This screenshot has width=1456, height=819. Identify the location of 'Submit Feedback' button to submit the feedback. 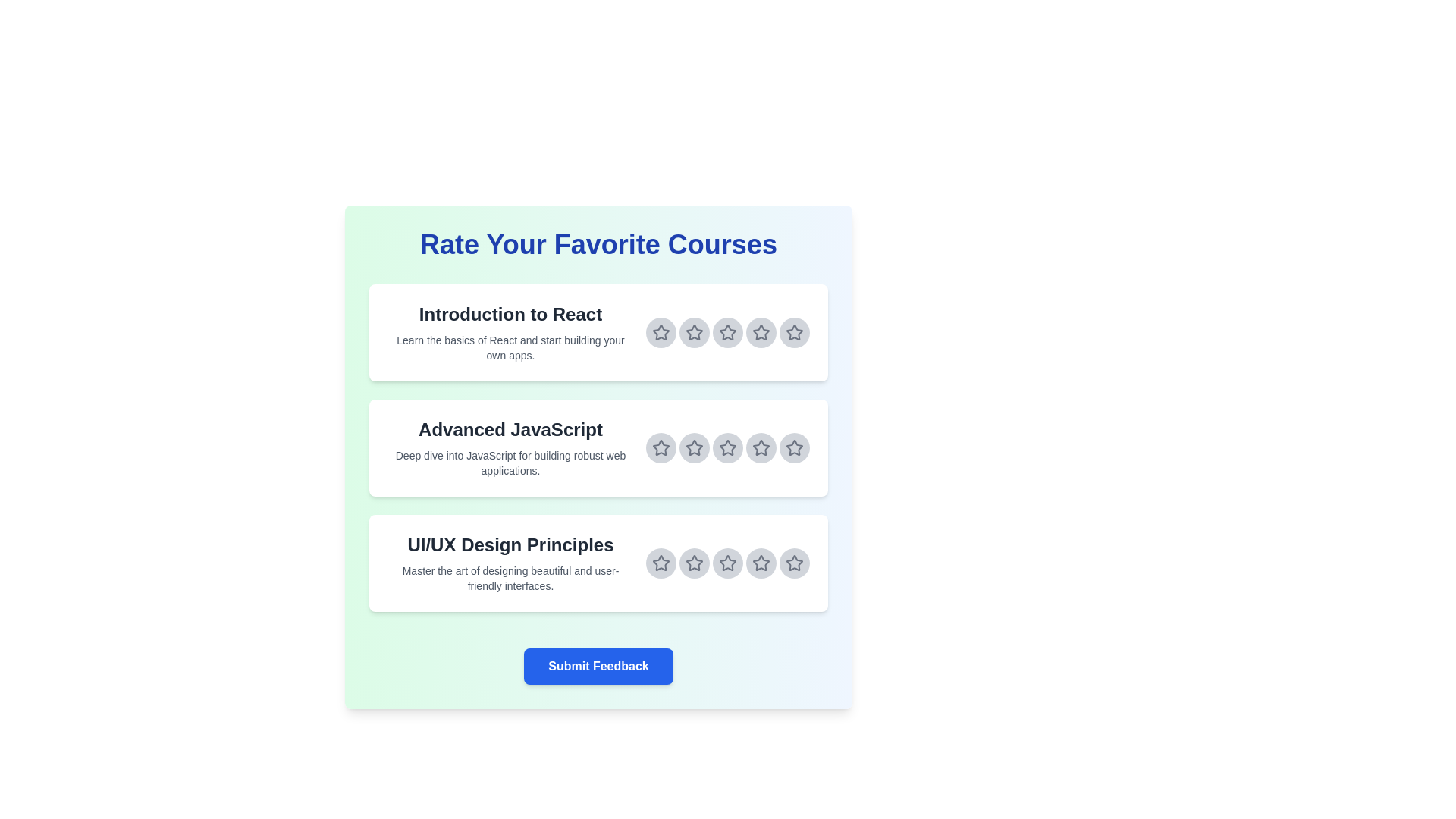
(597, 666).